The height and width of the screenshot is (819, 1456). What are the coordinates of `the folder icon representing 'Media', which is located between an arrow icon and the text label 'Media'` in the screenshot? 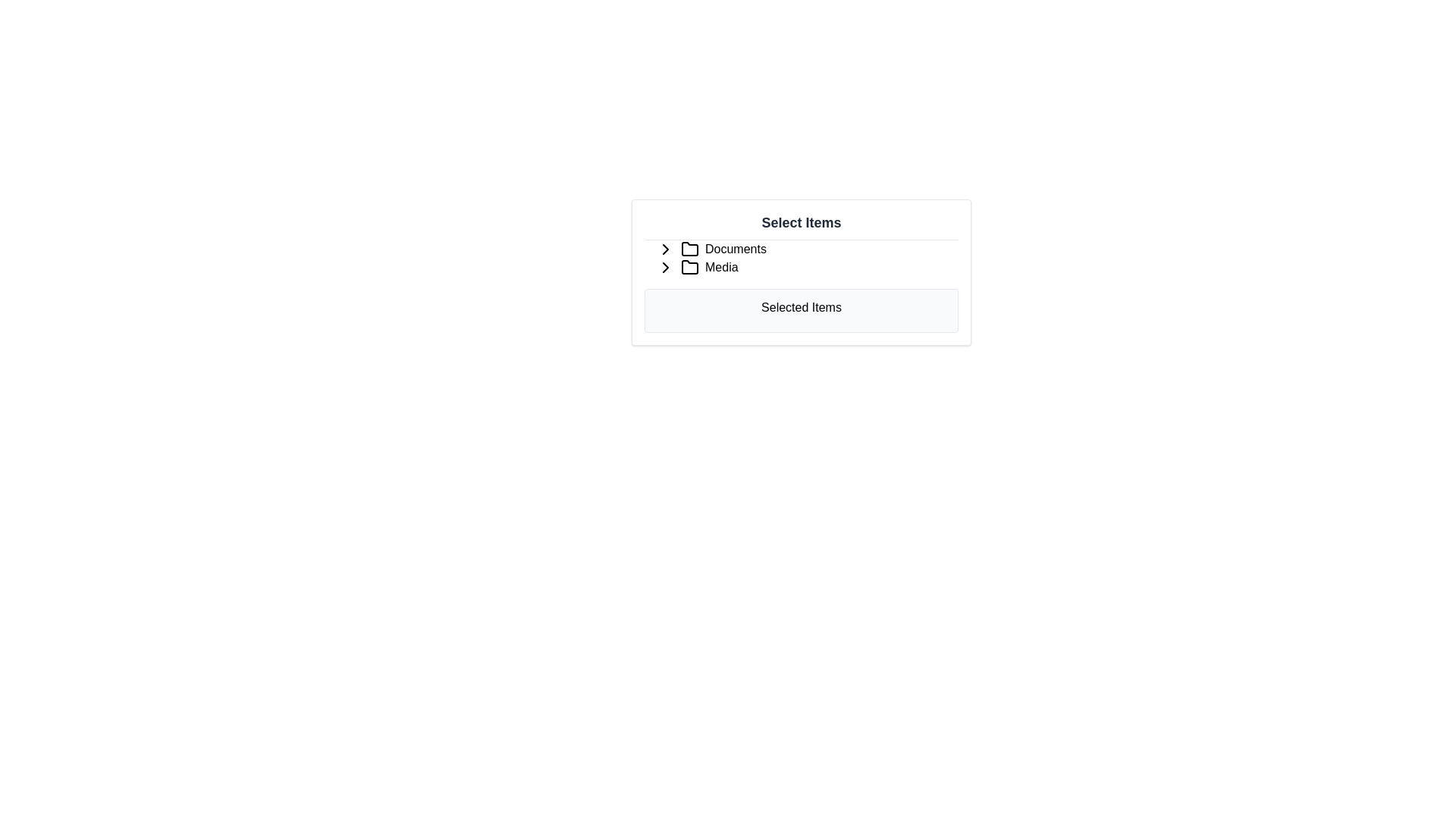 It's located at (689, 267).